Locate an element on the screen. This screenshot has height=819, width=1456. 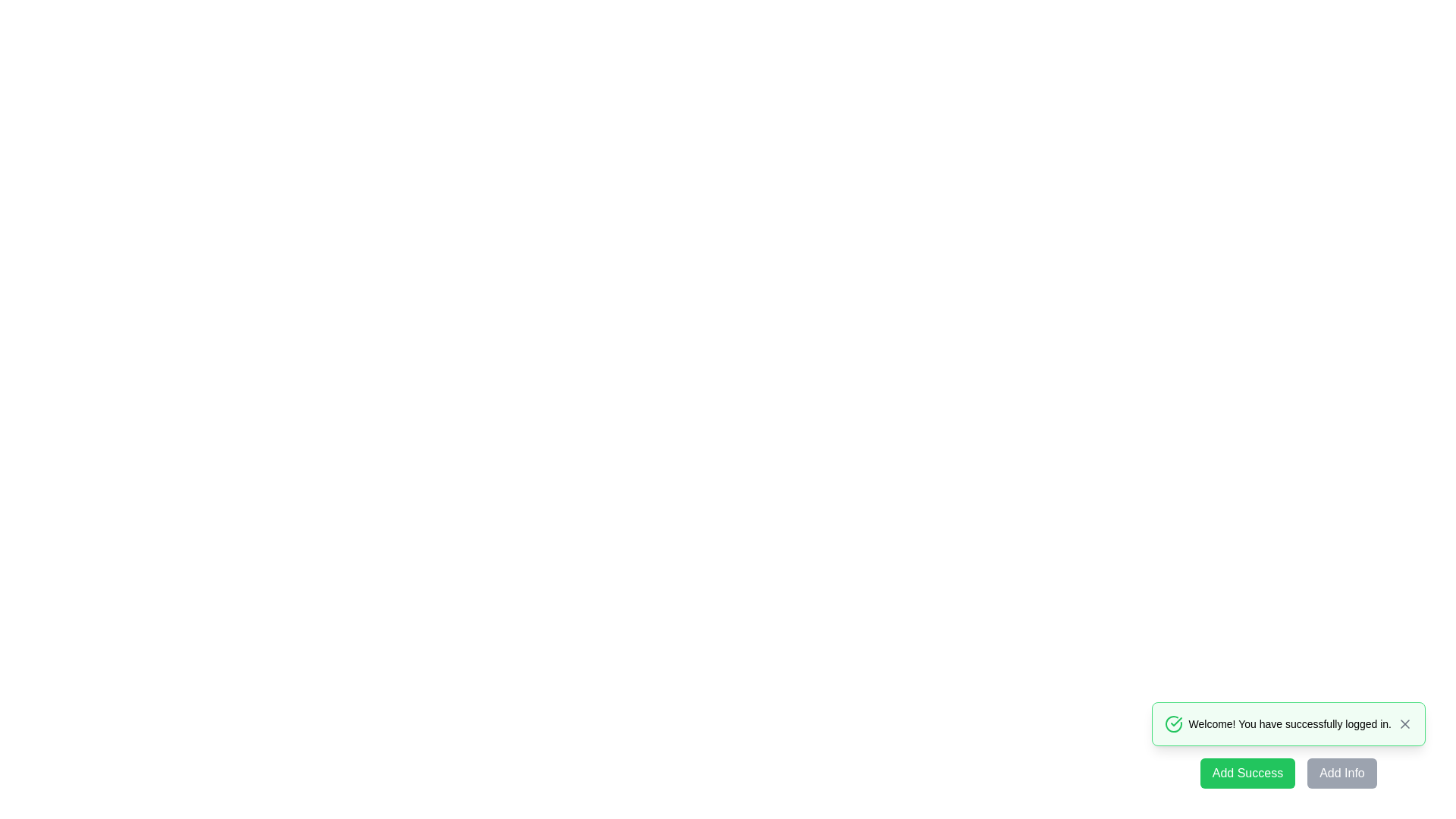
the close icon button represented by a cross ('X') located within the green-bordered notification card, positioned to the right of the text 'Welcome! You have successfully logged in.' is located at coordinates (1404, 723).